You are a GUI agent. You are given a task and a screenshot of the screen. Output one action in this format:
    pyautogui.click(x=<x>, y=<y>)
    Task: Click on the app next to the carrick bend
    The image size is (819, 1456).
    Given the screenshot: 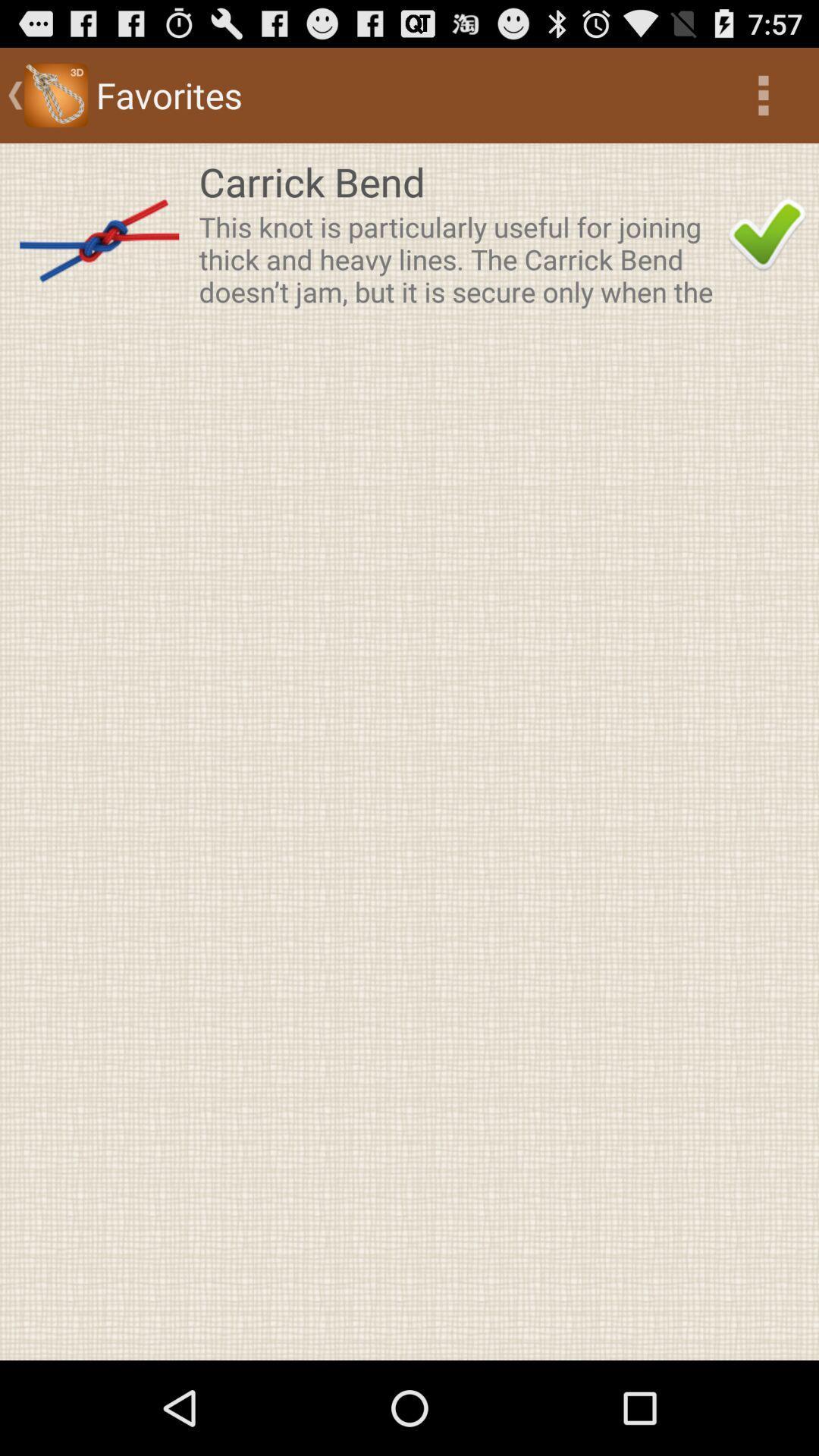 What is the action you would take?
    pyautogui.click(x=767, y=234)
    